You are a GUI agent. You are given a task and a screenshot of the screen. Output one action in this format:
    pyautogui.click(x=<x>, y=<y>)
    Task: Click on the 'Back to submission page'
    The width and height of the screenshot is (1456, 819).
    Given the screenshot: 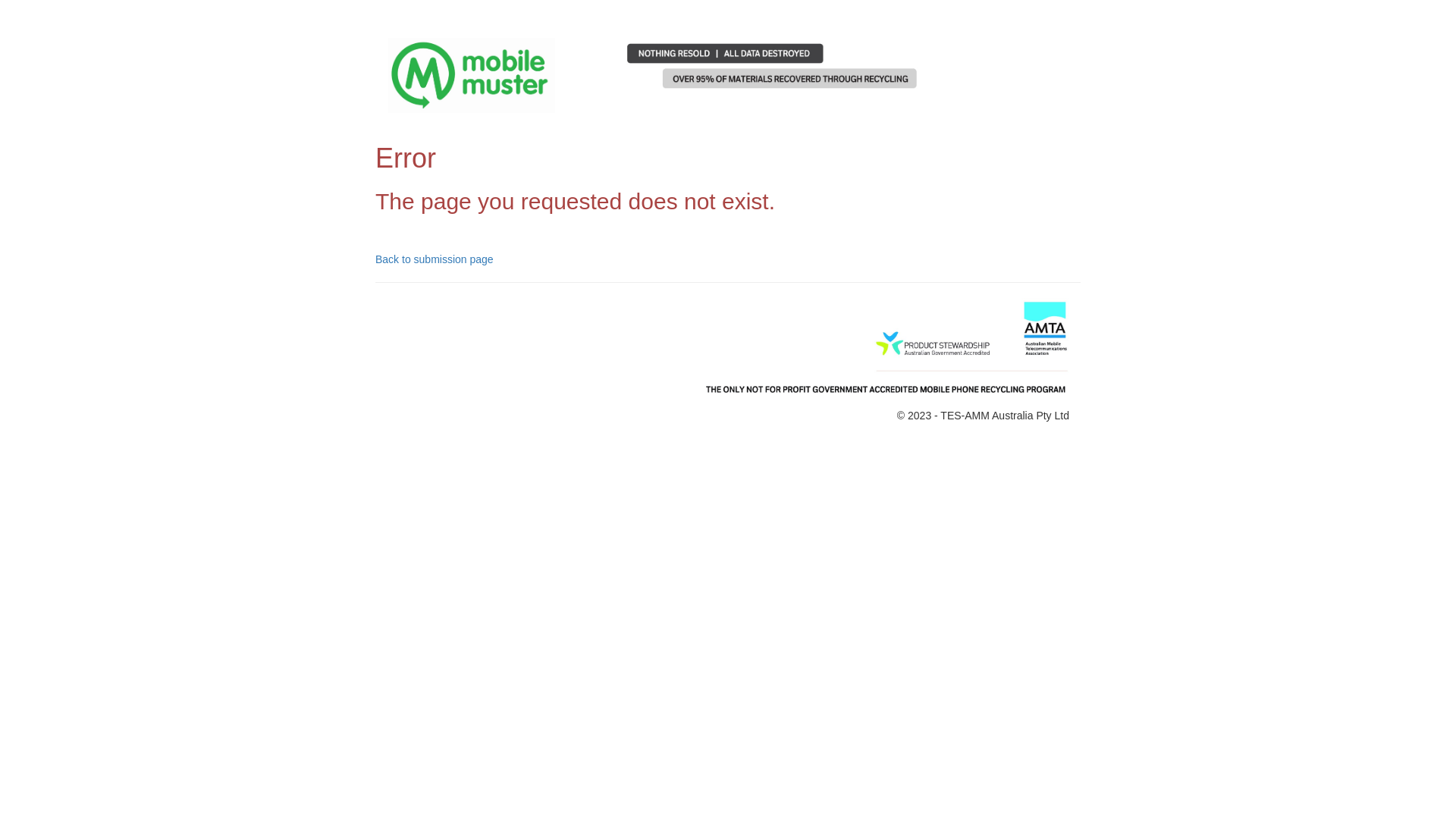 What is the action you would take?
    pyautogui.click(x=433, y=259)
    